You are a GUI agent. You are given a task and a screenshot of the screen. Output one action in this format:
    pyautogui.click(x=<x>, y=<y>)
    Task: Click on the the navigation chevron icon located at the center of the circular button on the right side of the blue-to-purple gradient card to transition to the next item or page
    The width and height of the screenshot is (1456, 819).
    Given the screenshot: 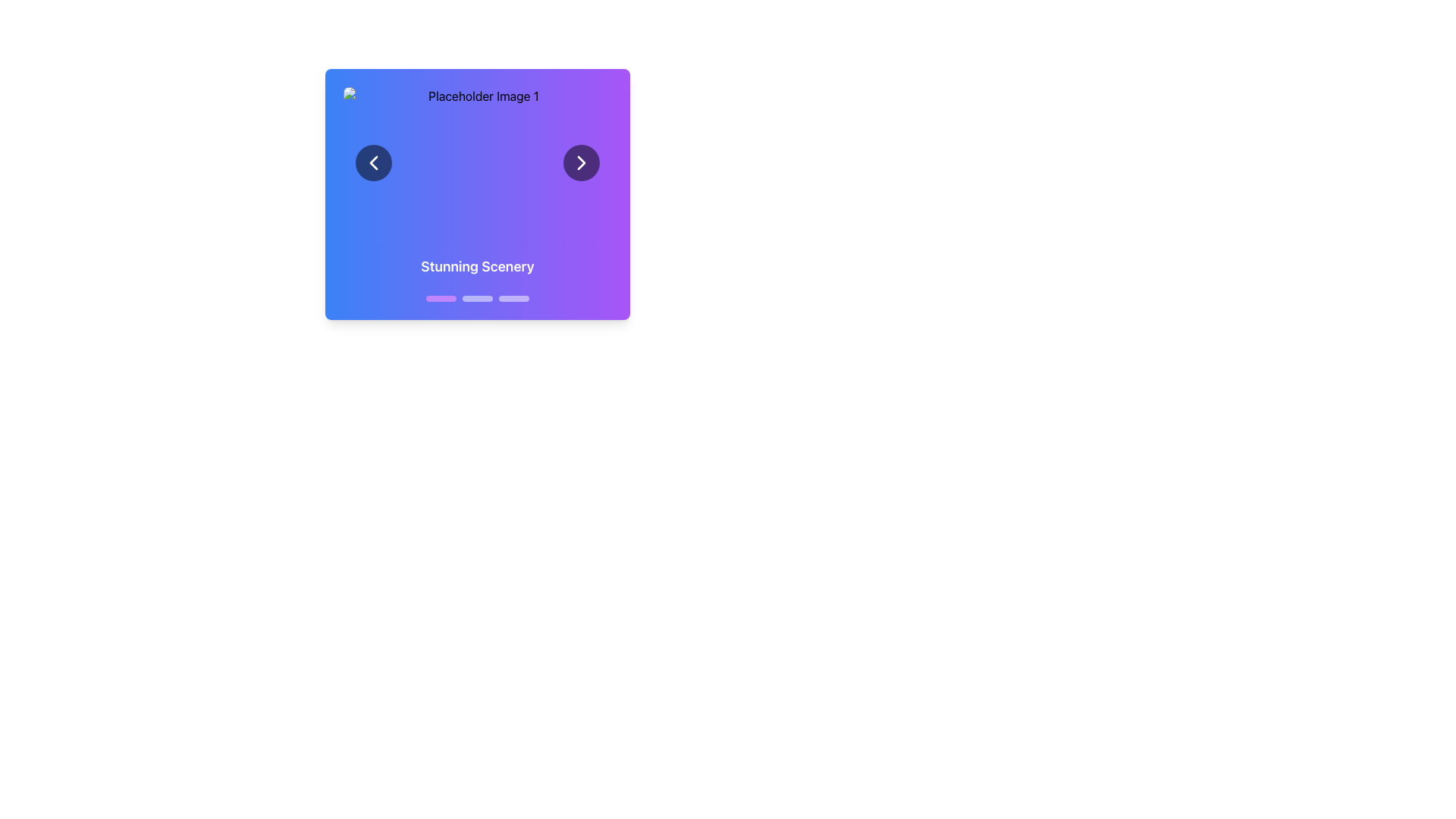 What is the action you would take?
    pyautogui.click(x=581, y=162)
    